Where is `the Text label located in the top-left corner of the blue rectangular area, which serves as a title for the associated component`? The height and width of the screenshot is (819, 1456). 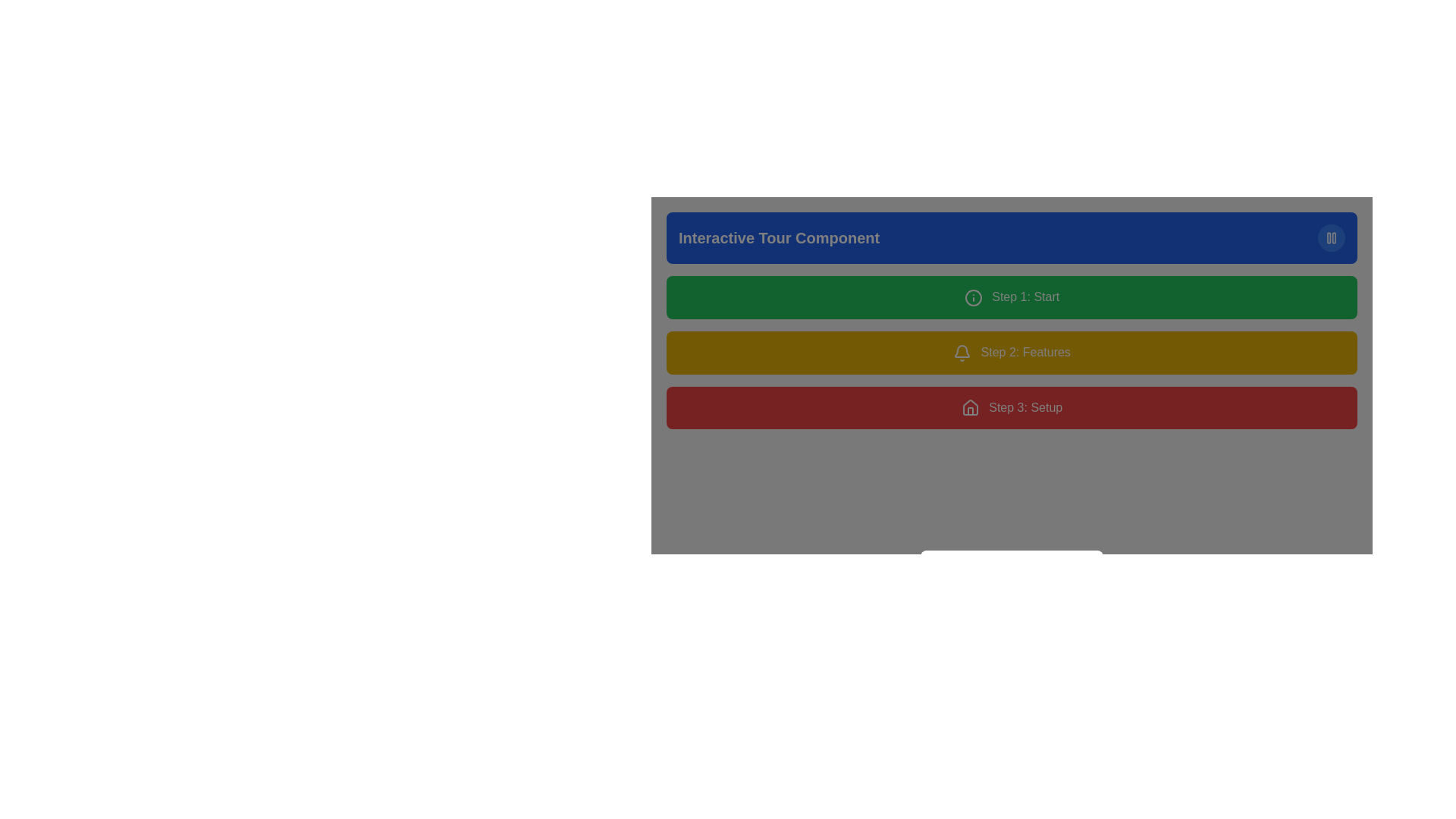
the Text label located in the top-left corner of the blue rectangular area, which serves as a title for the associated component is located at coordinates (779, 237).